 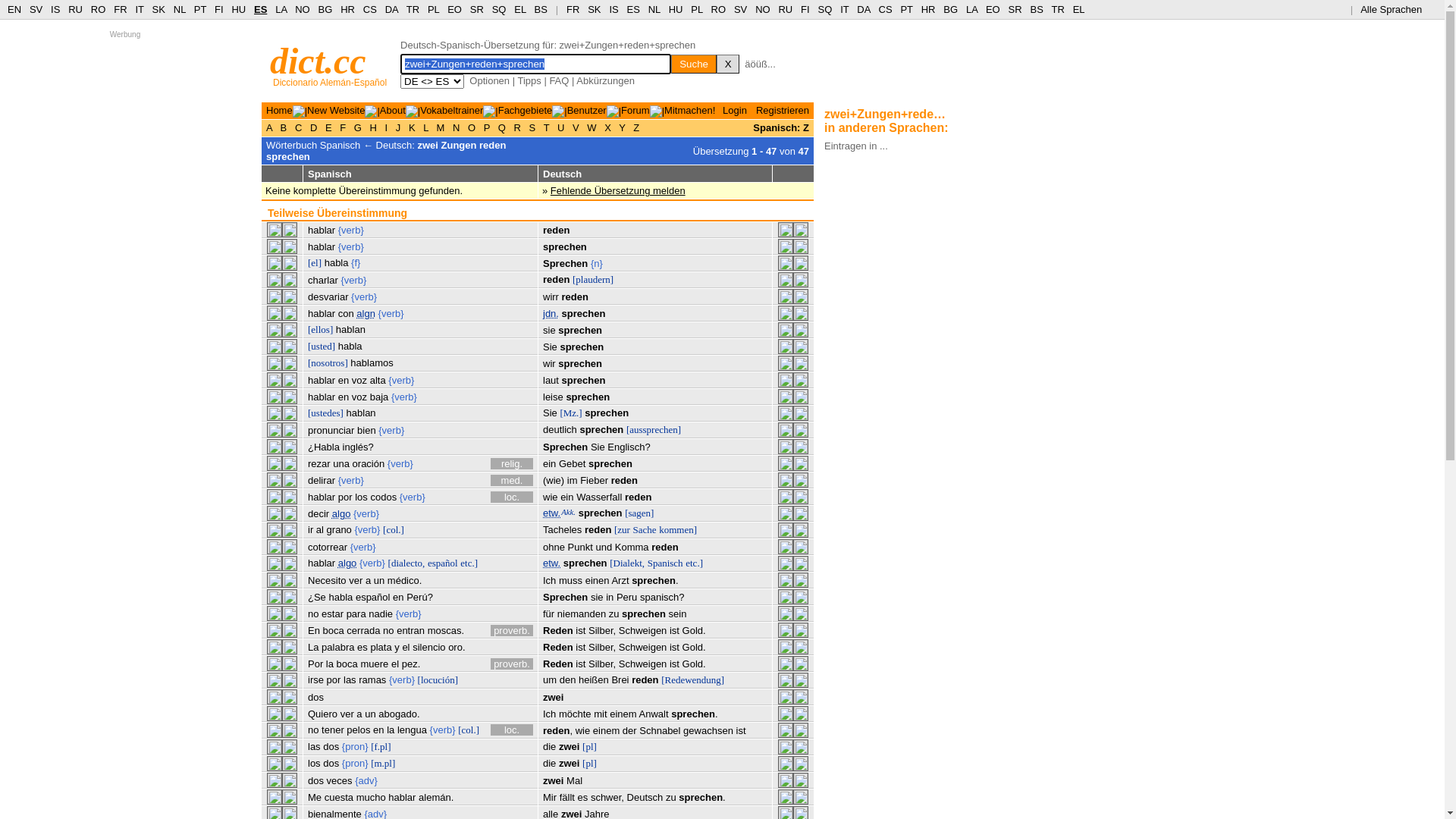 What do you see at coordinates (701, 796) in the screenshot?
I see `'sprechen.'` at bounding box center [701, 796].